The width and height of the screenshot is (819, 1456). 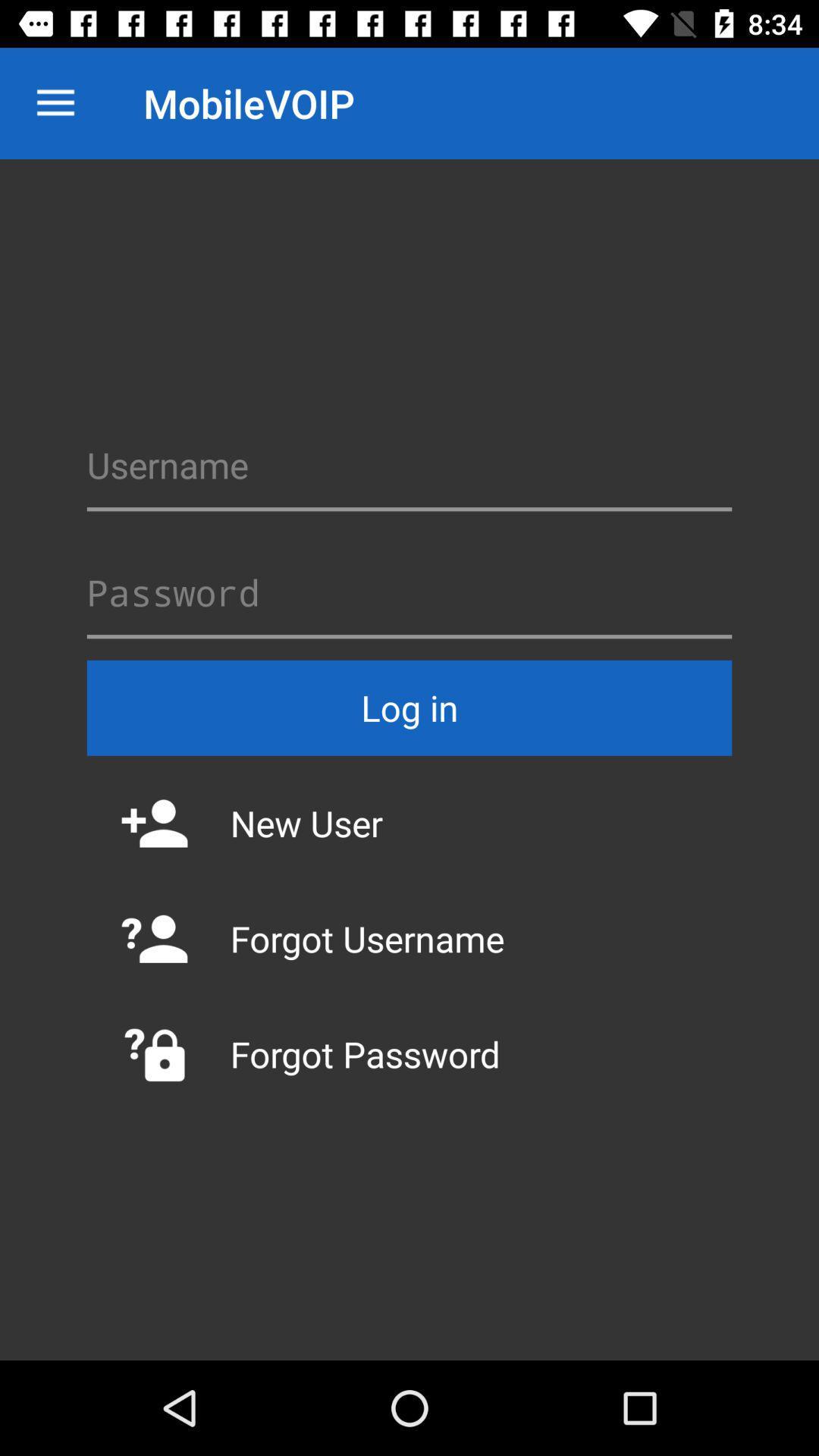 I want to click on the icon above forgot password item, so click(x=409, y=938).